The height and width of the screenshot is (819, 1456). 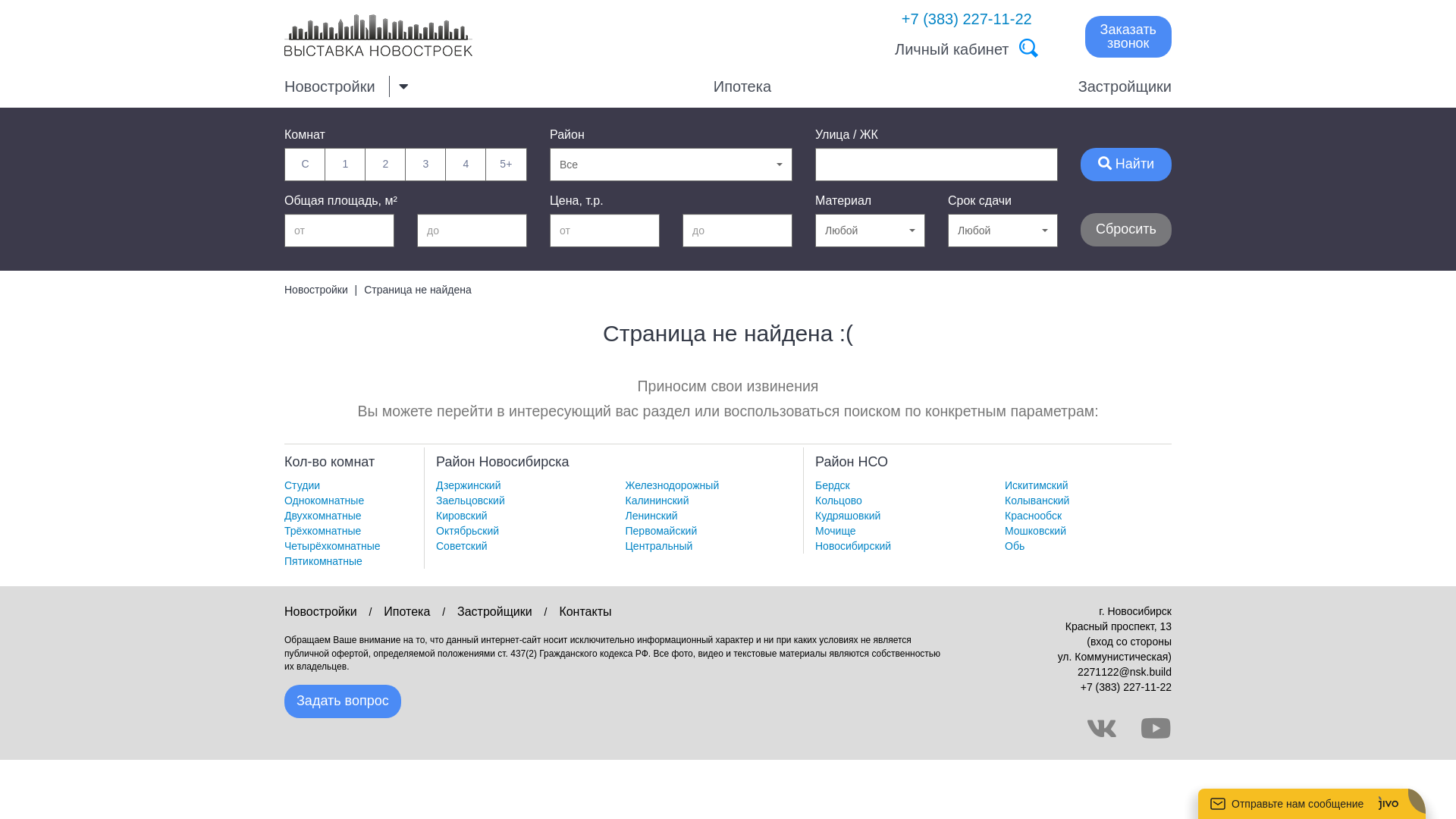 I want to click on '+7 (383) 227-11-22', so click(x=1125, y=687).